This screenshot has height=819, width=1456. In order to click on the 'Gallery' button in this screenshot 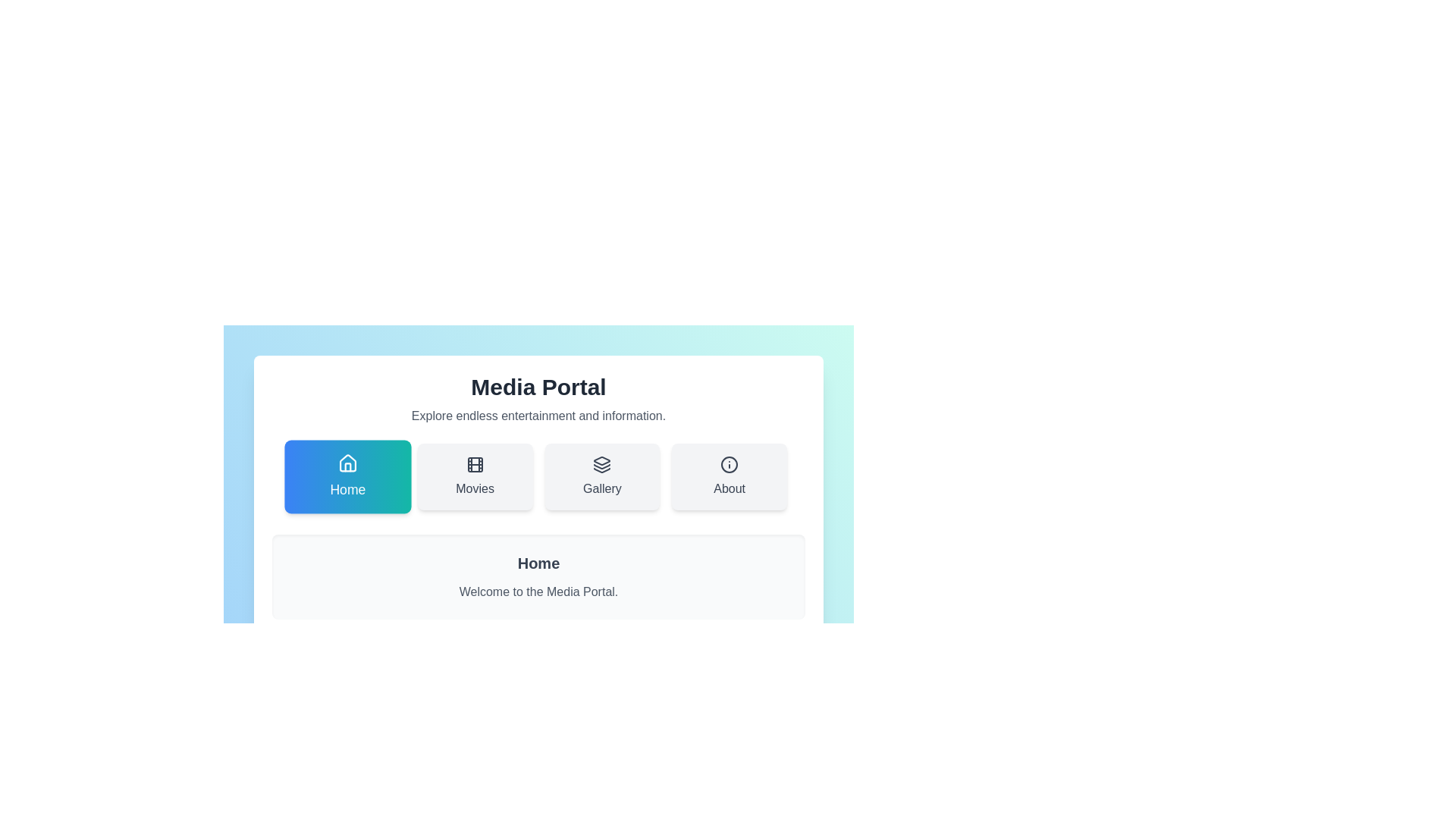, I will do `click(601, 475)`.